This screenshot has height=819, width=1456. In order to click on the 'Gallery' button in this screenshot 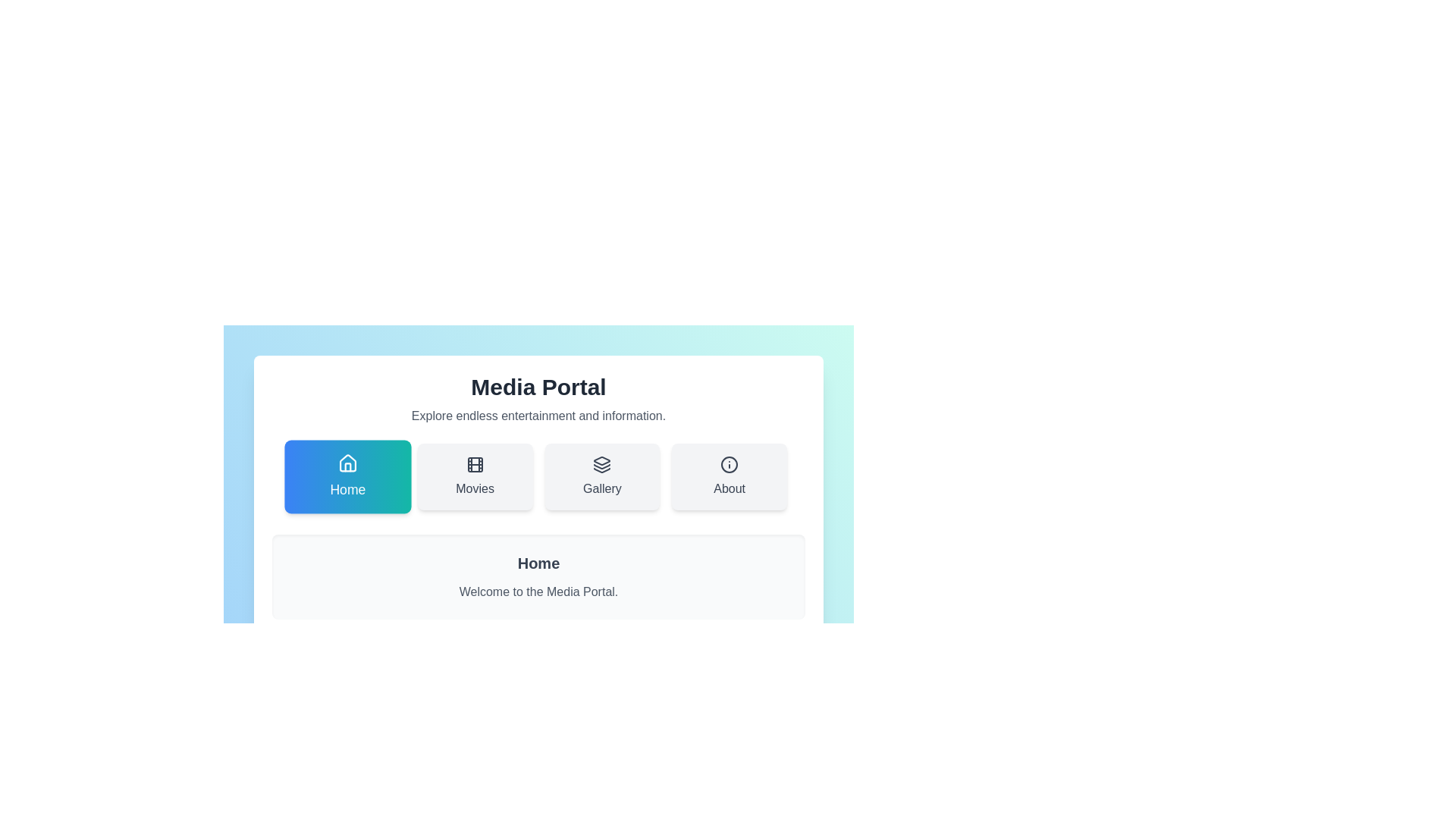, I will do `click(601, 475)`.